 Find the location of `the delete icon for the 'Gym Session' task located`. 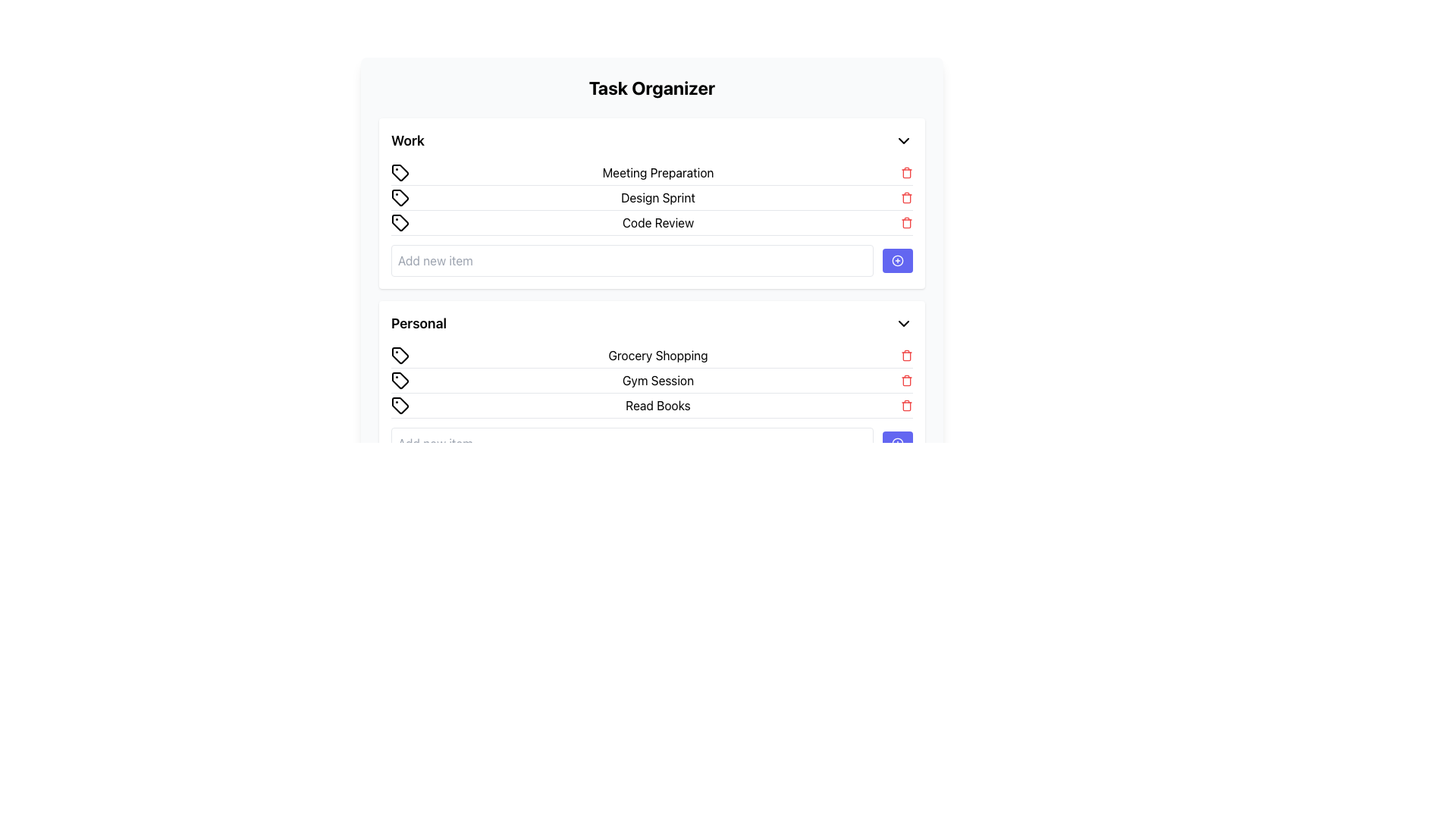

the delete icon for the 'Gym Session' task located is located at coordinates (906, 379).